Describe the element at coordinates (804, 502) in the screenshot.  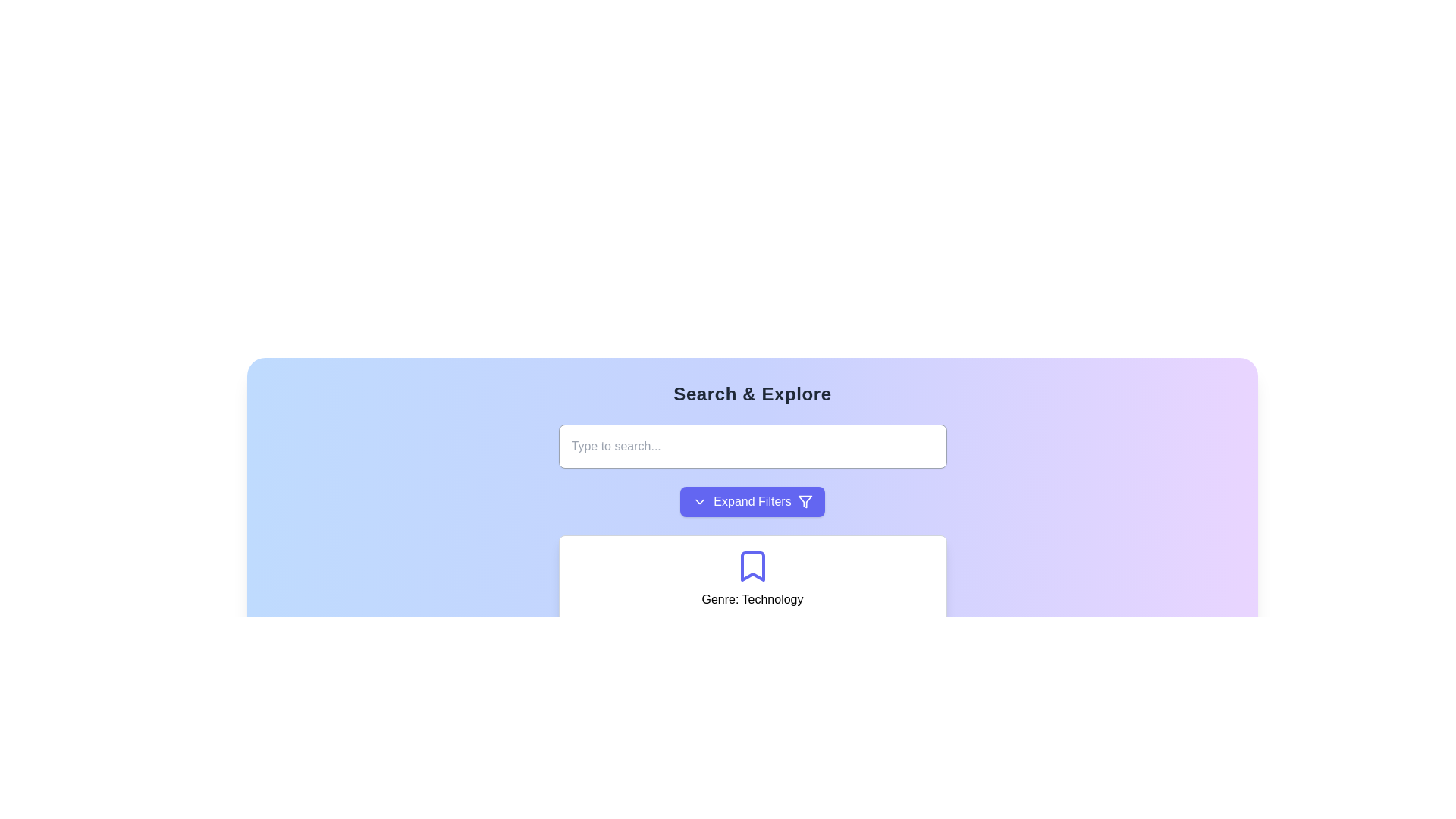
I see `the filtering icon located at the rightmost part of the 'Expand Filters' button, adjacent to the button's text label` at that location.